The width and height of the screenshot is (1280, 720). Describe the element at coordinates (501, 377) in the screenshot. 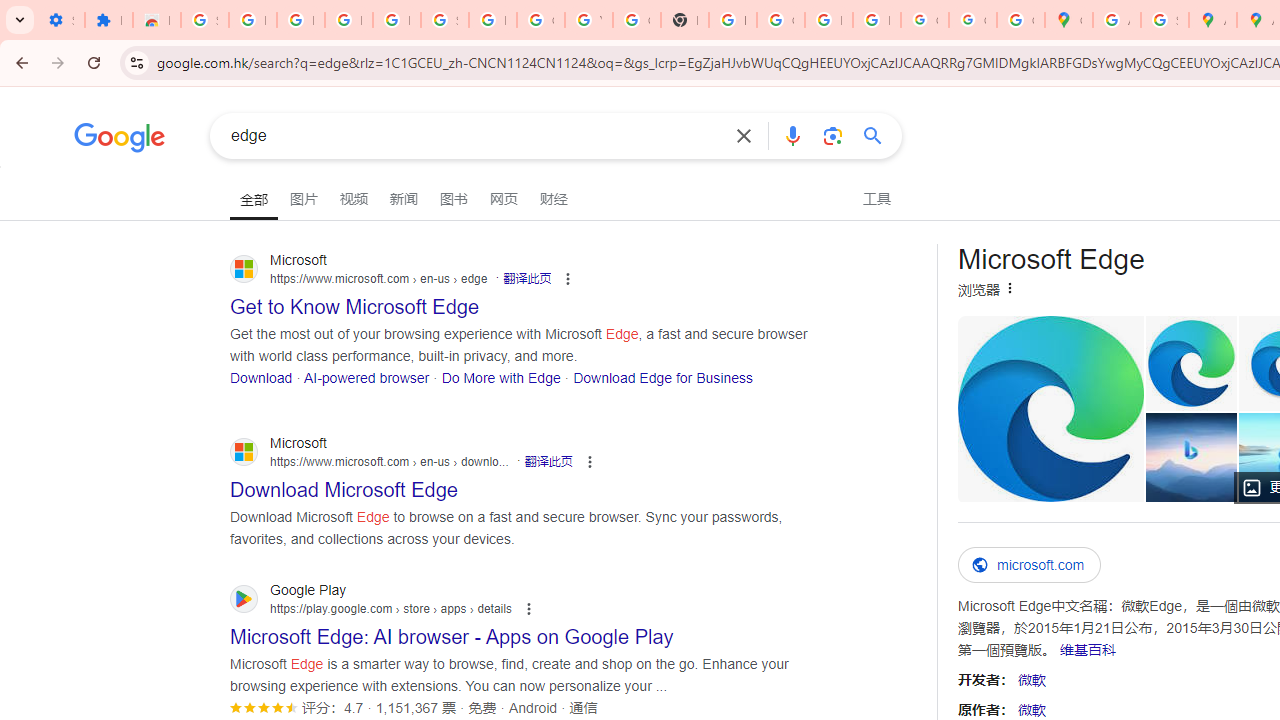

I see `'Do More with Edge'` at that location.